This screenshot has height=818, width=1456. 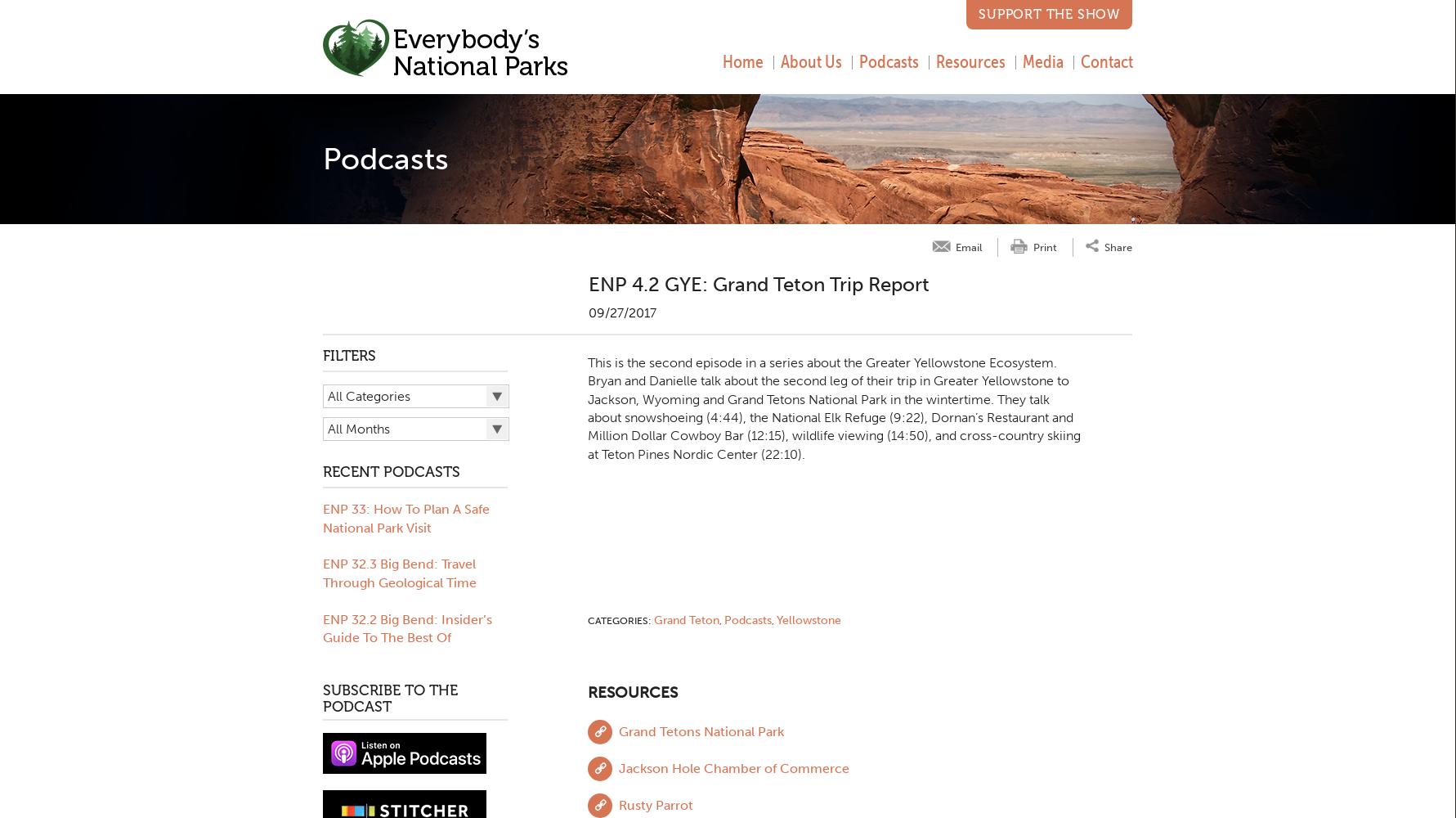 What do you see at coordinates (375, 672) in the screenshot?
I see `'Moon Travel Guides'` at bounding box center [375, 672].